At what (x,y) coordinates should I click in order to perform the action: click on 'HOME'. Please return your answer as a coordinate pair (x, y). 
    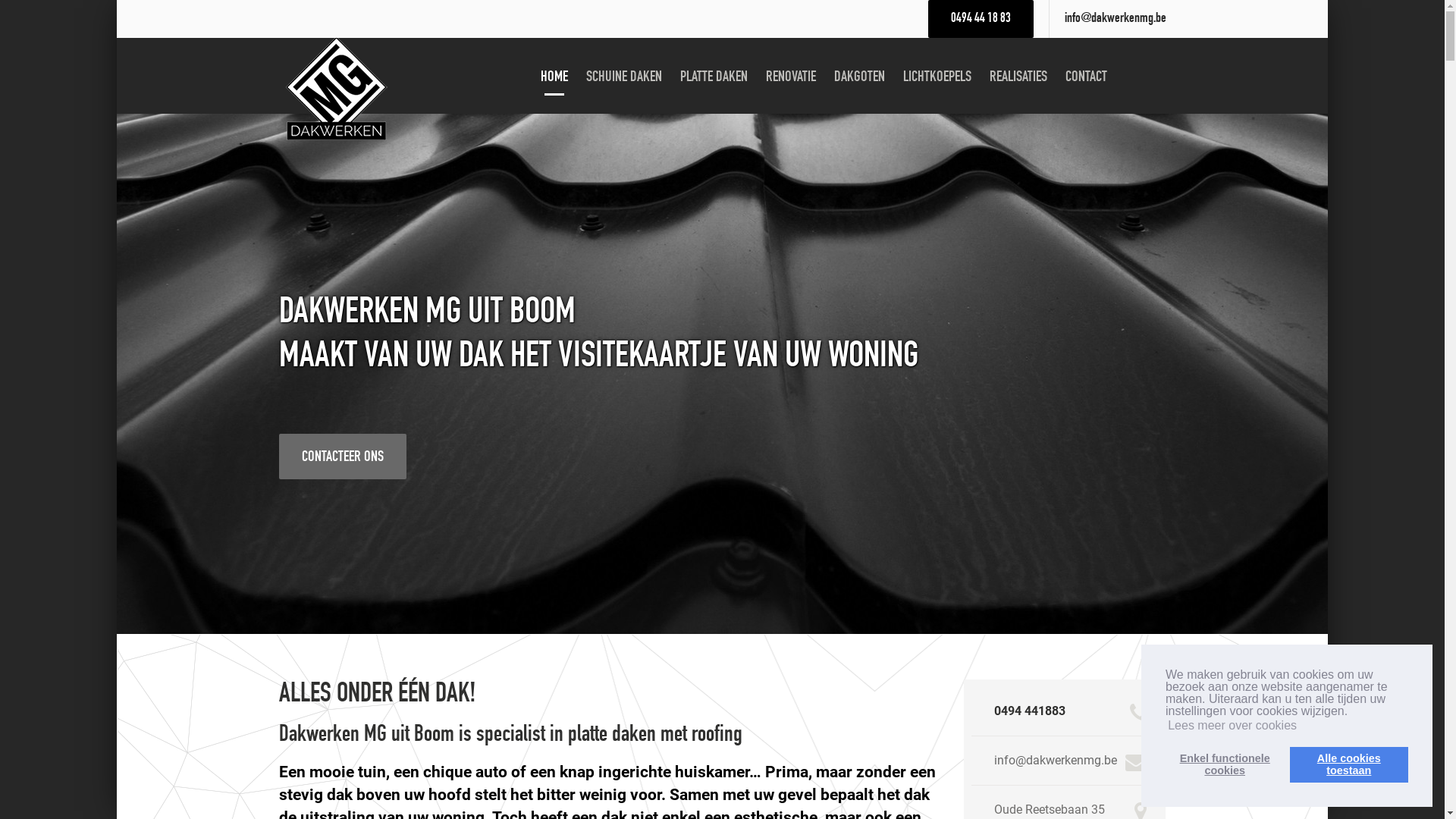
    Looking at the image, I should click on (532, 76).